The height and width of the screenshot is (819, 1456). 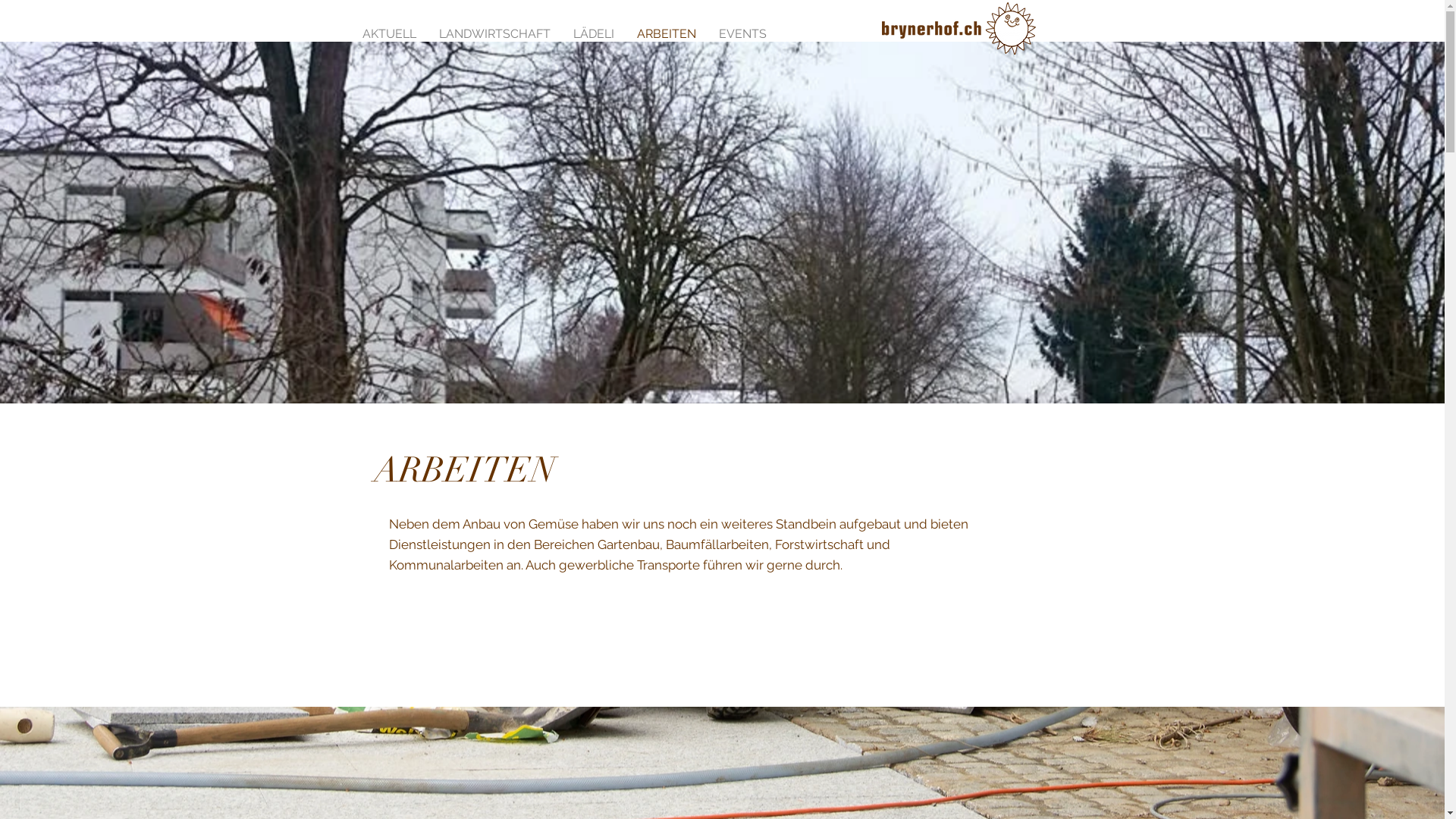 What do you see at coordinates (388, 32) in the screenshot?
I see `'AKTUELL'` at bounding box center [388, 32].